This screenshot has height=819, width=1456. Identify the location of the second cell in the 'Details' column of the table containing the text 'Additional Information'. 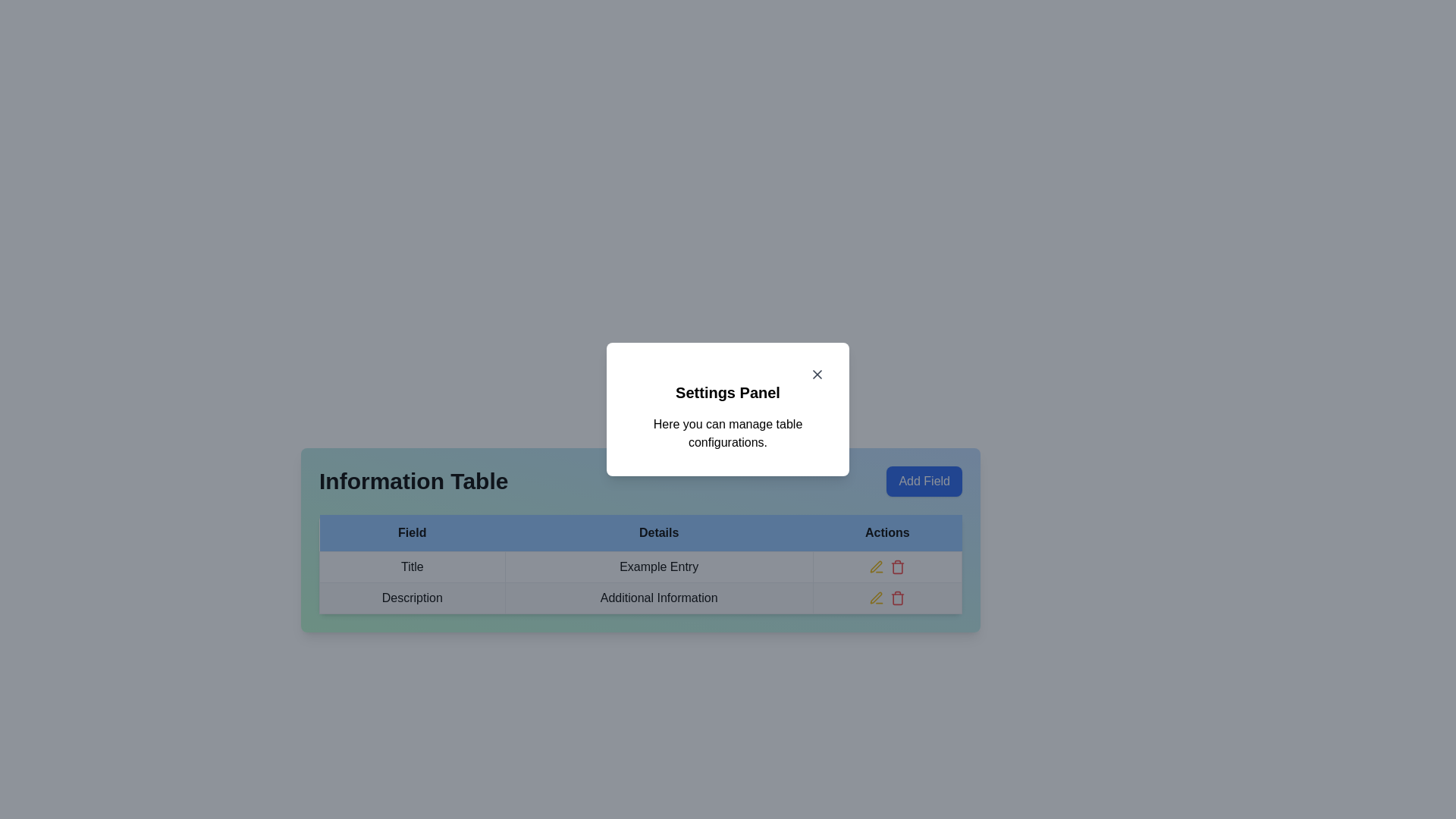
(659, 598).